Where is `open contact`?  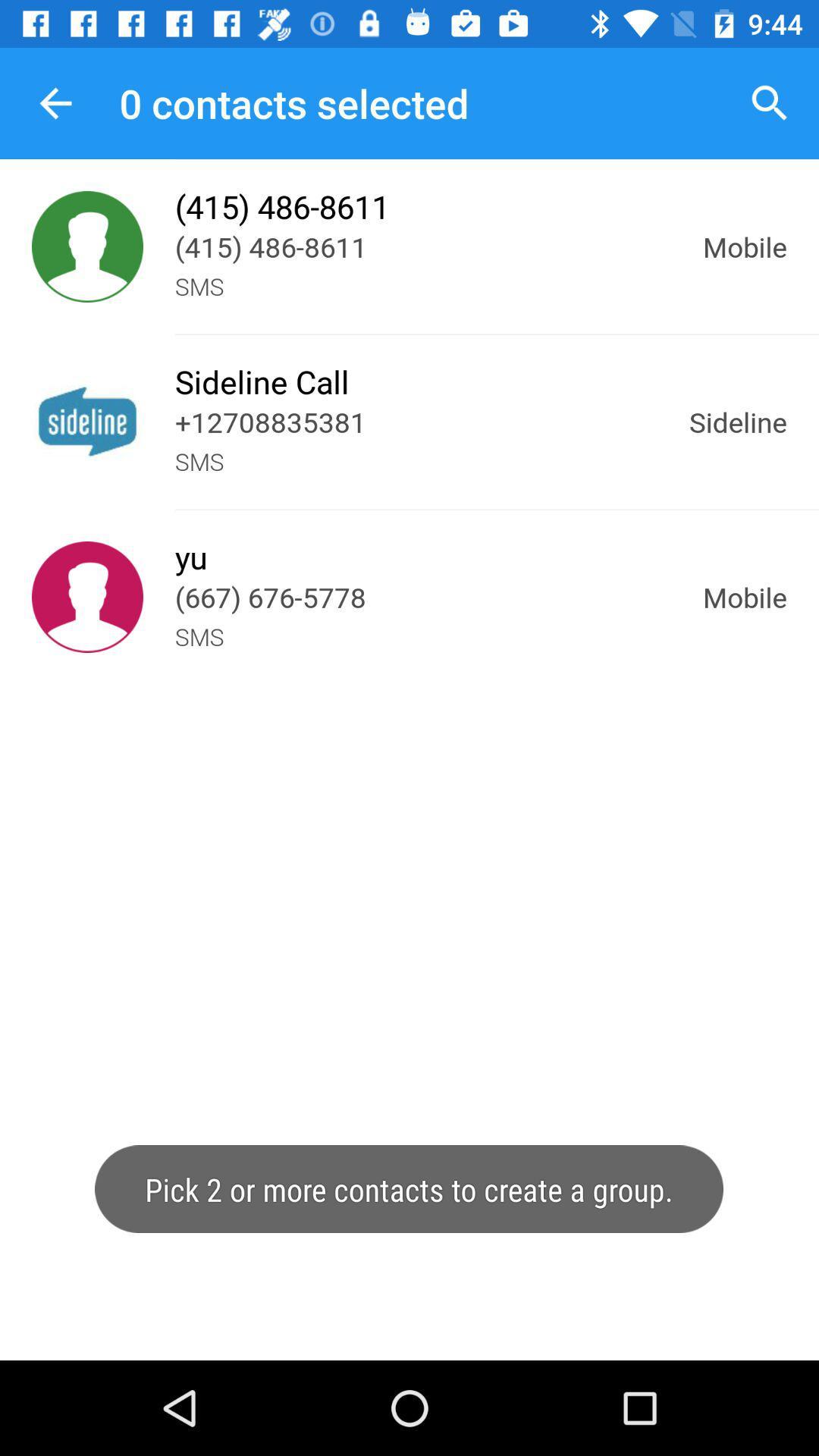 open contact is located at coordinates (87, 596).